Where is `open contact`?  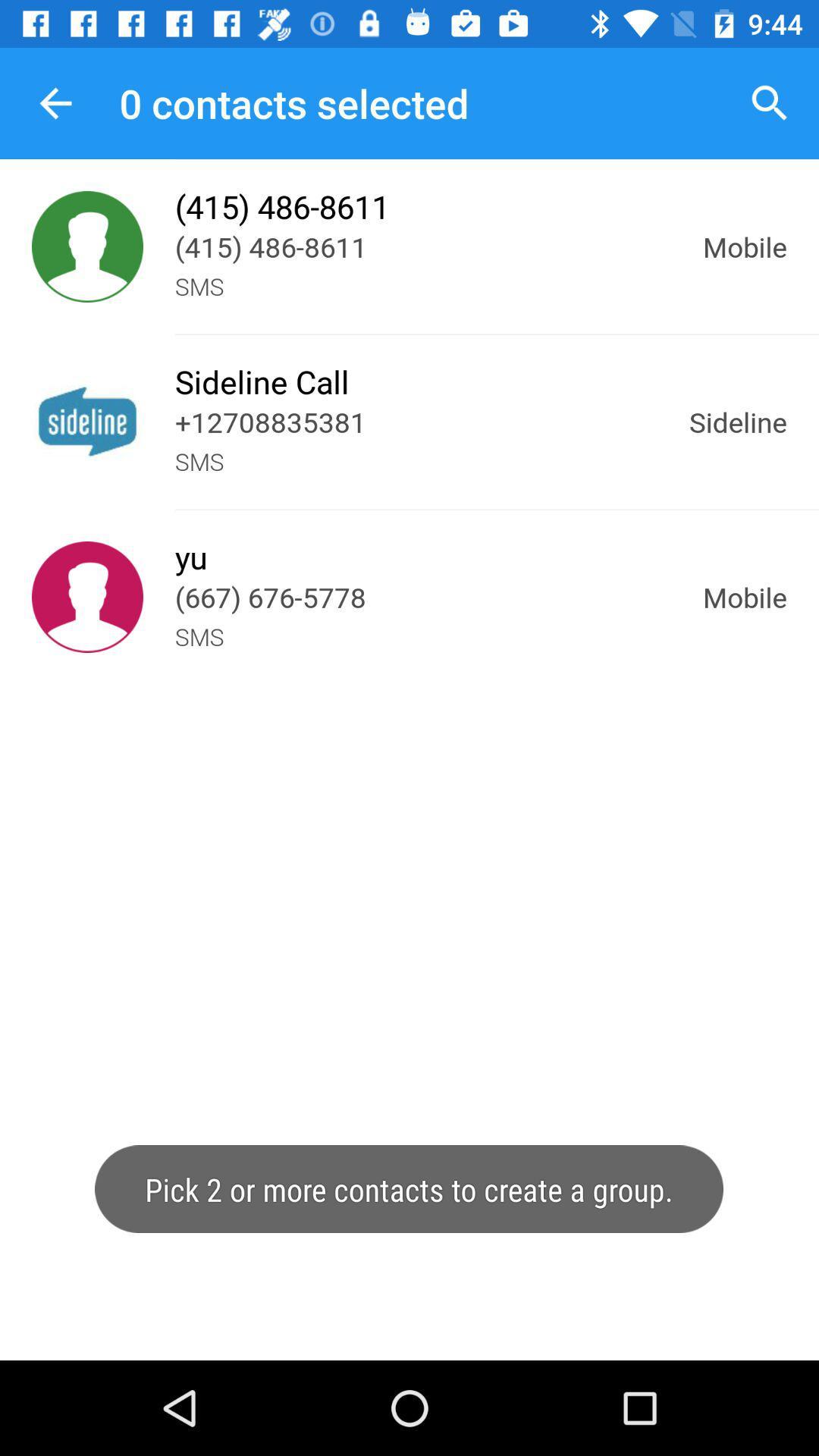 open contact is located at coordinates (87, 596).